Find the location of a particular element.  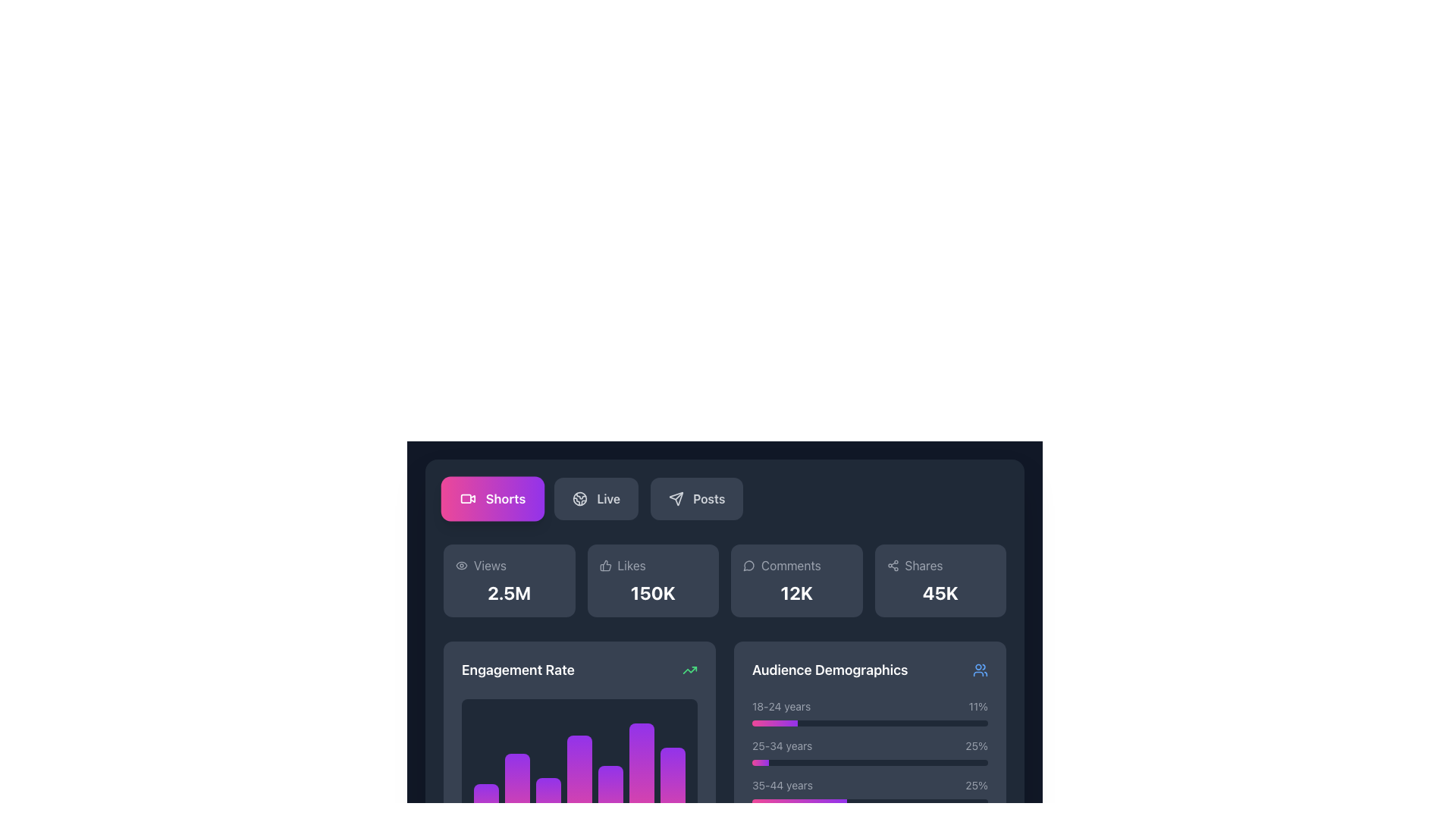

the progress indicated by the narrow horizontal progress bar located under the text '25-34 years' and '25%' in the 'Audience Demographics' section is located at coordinates (870, 763).